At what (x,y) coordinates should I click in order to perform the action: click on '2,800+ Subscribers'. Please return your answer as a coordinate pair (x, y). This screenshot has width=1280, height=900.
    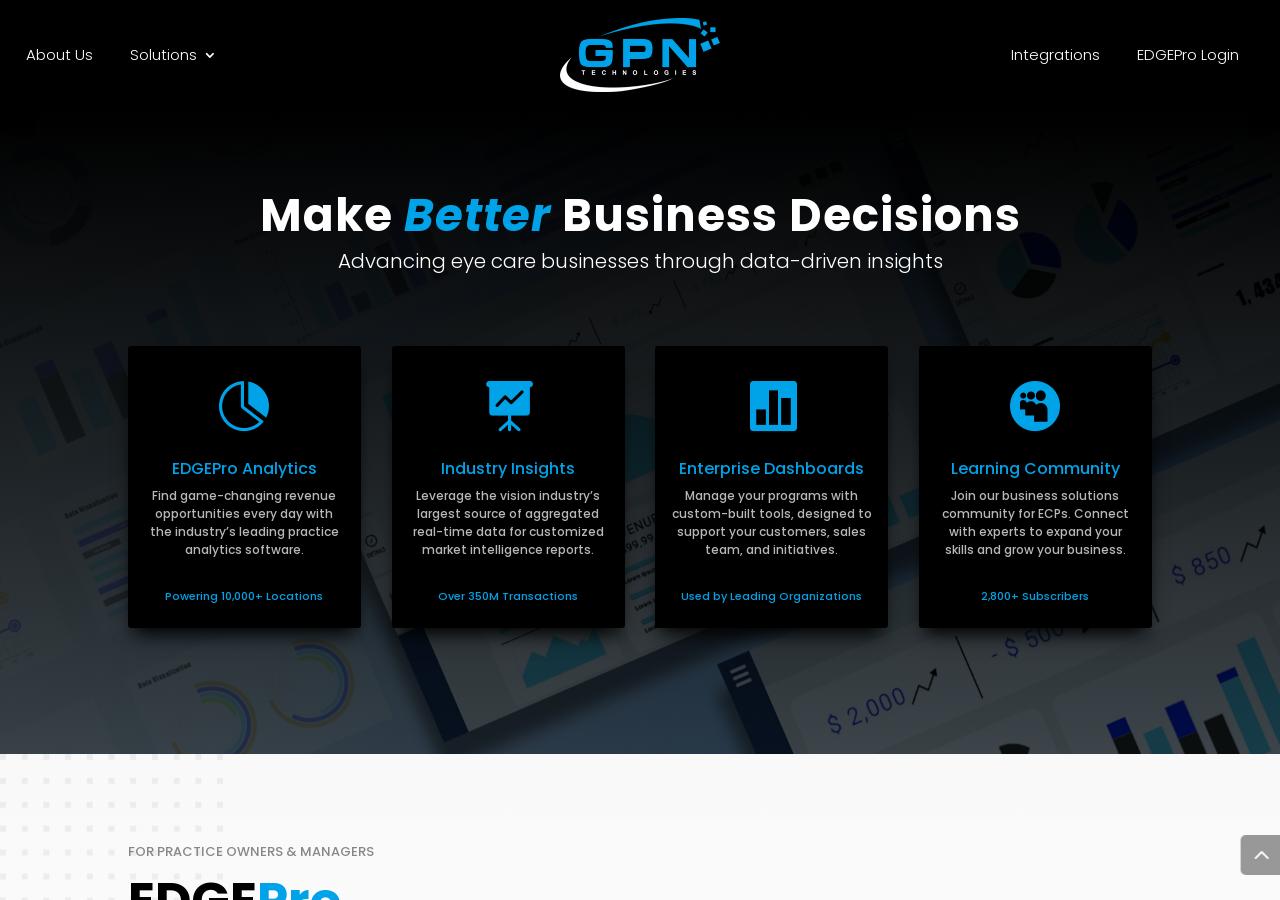
    Looking at the image, I should click on (1035, 594).